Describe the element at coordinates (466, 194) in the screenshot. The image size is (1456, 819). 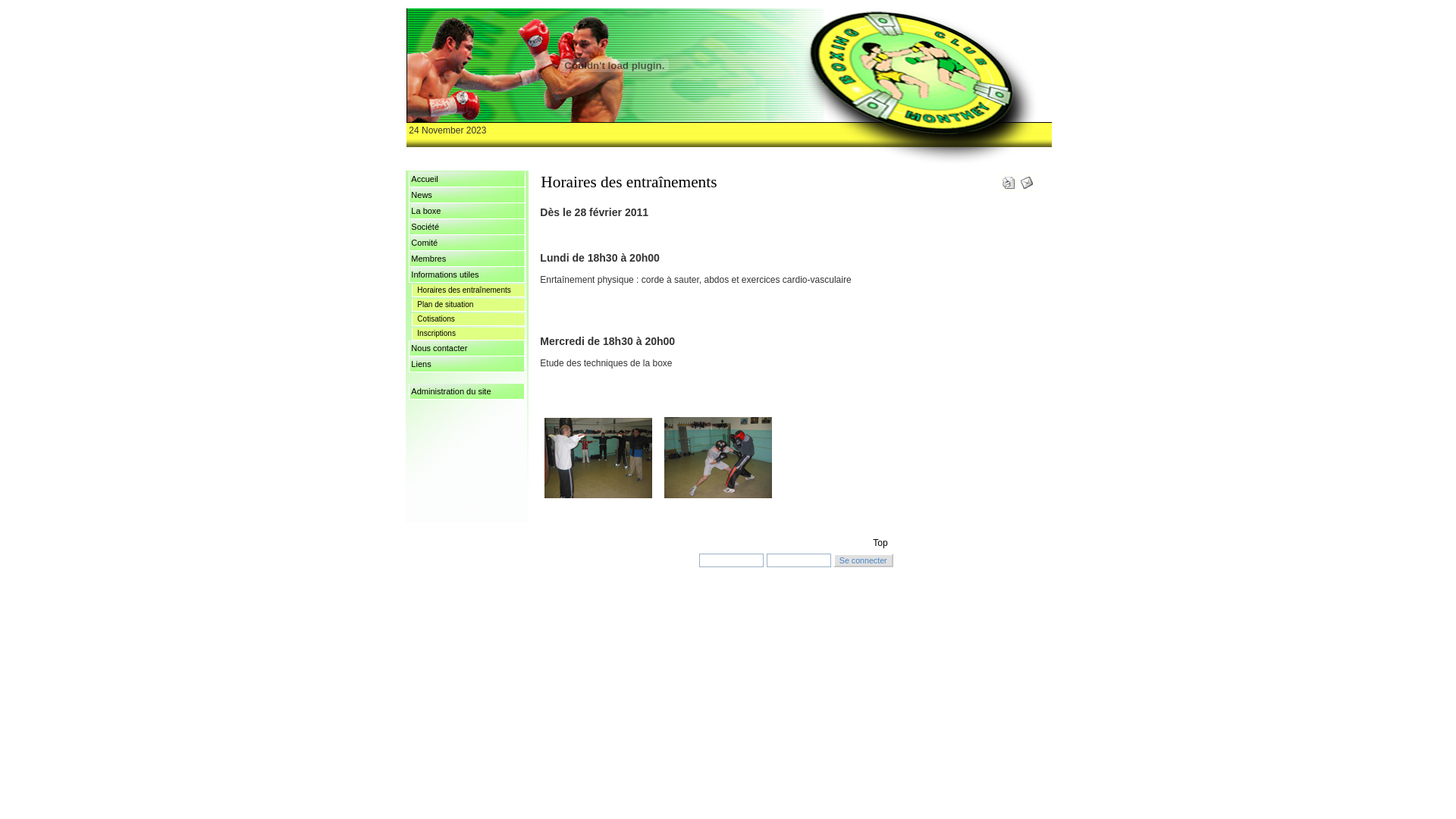
I see `'News'` at that location.